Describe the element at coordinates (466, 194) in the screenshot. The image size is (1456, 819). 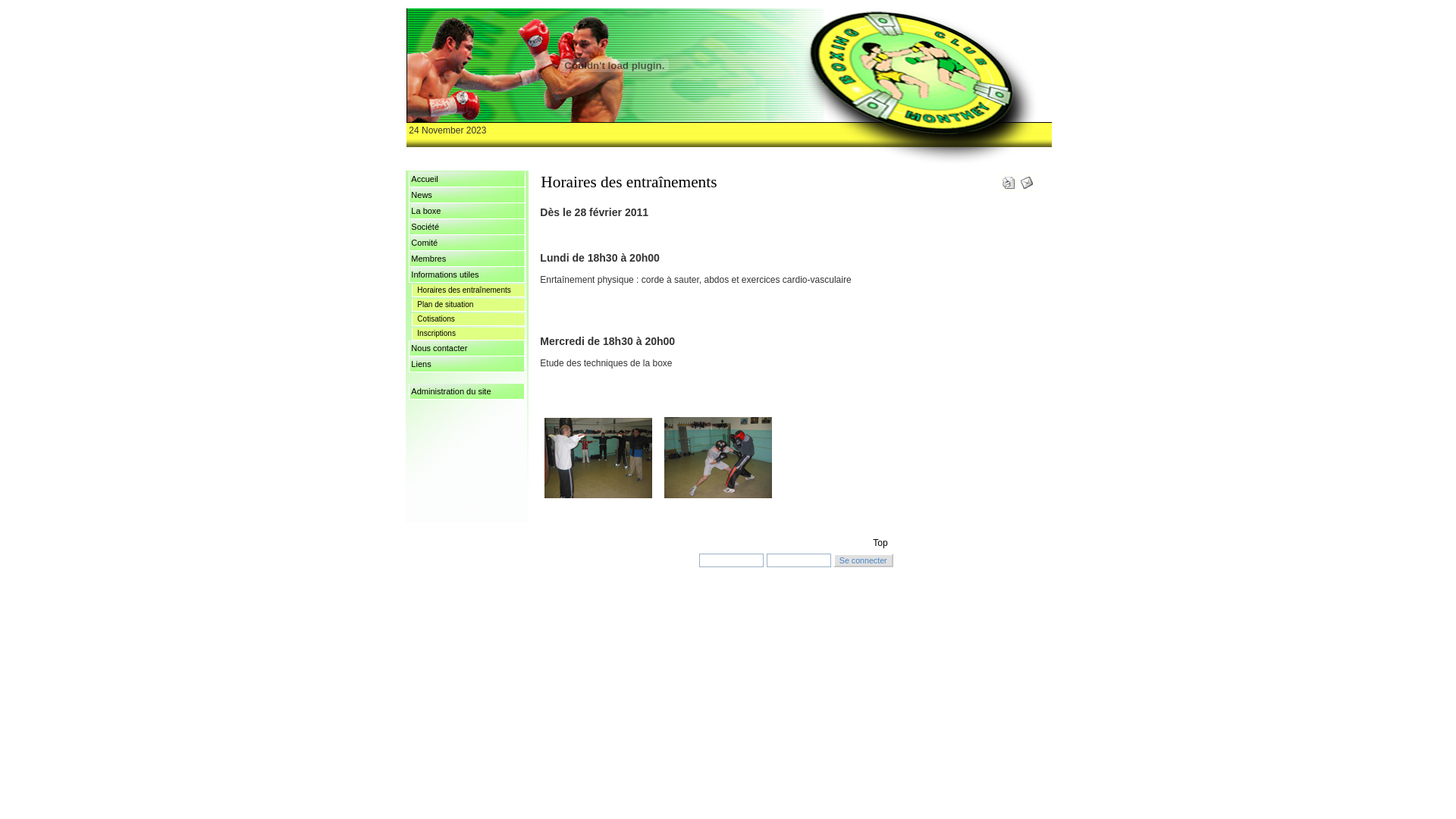
I see `'News'` at that location.